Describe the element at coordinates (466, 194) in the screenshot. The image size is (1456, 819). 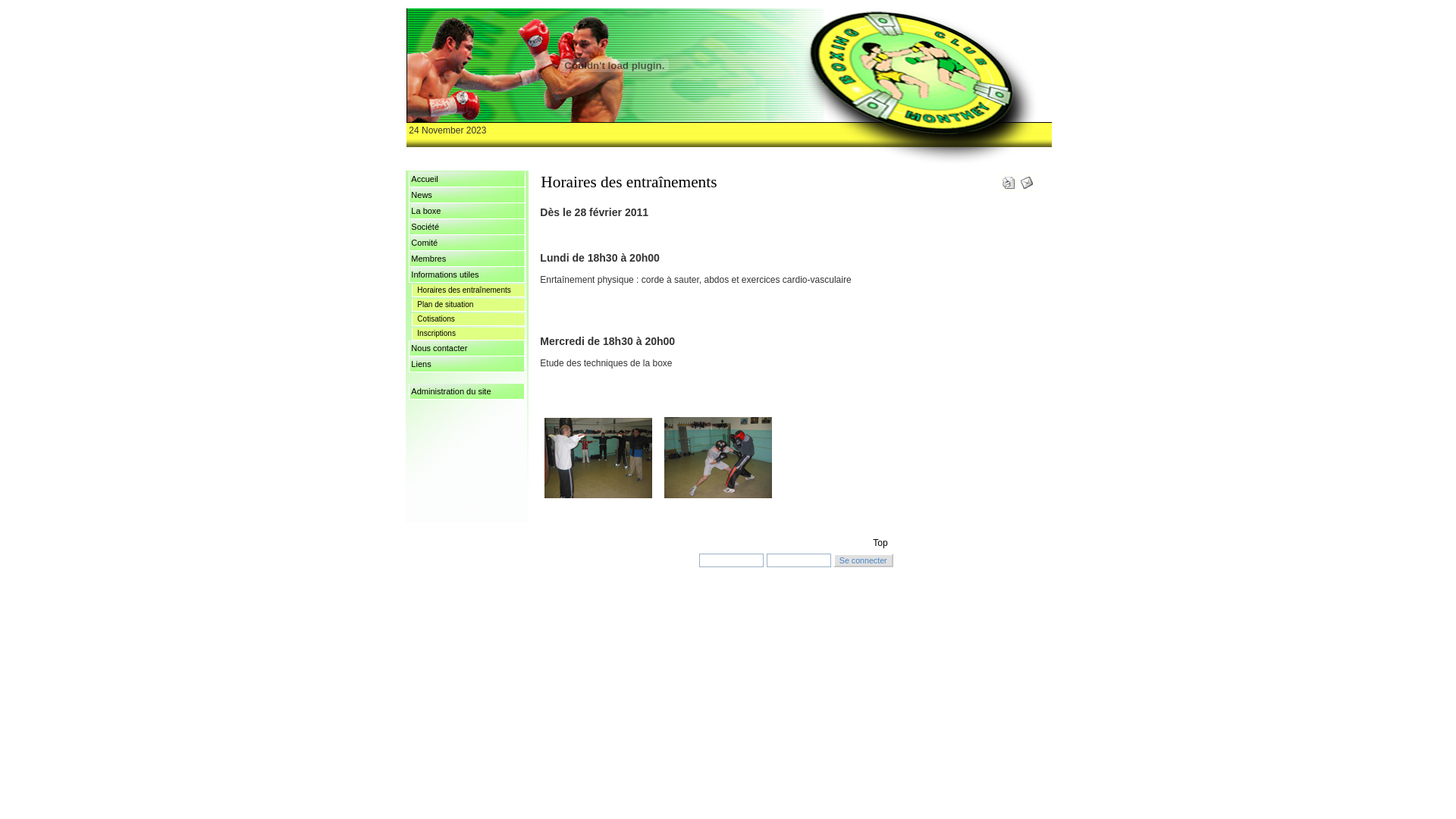
I see `'News'` at that location.